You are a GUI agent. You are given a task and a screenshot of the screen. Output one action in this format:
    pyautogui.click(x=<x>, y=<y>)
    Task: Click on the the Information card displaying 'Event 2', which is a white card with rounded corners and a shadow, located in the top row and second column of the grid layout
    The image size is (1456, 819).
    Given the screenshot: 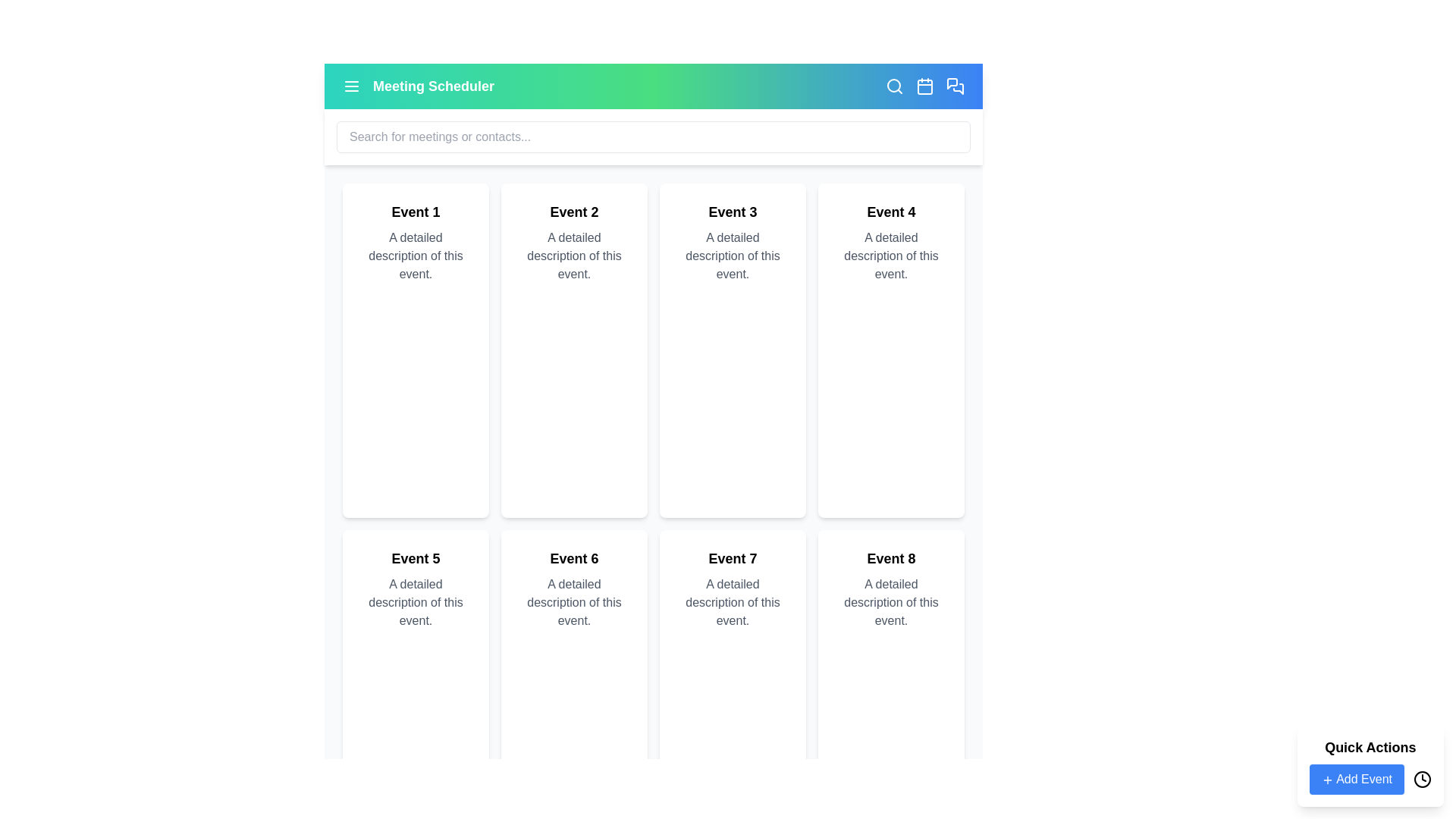 What is the action you would take?
    pyautogui.click(x=573, y=350)
    